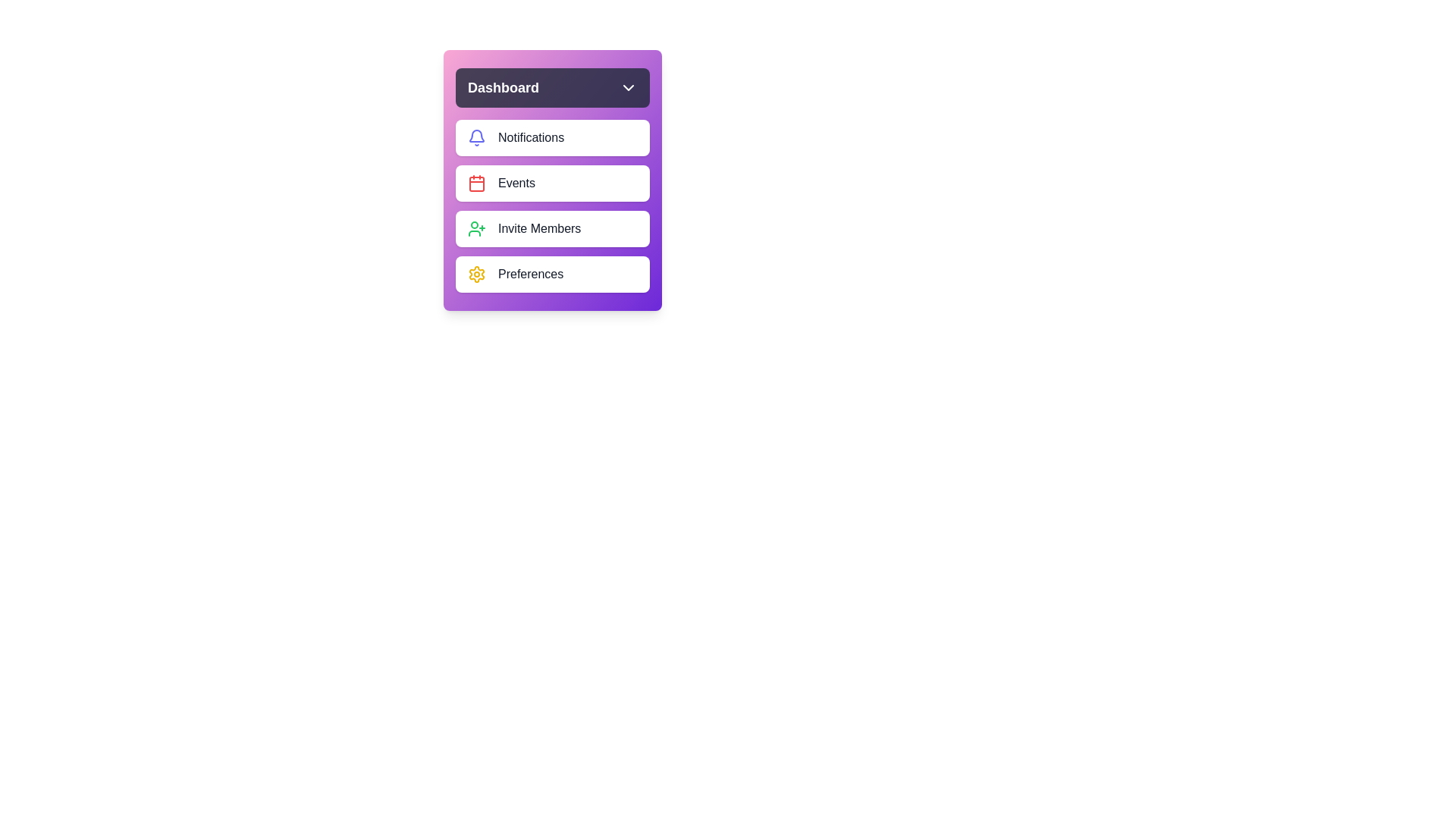 This screenshot has height=819, width=1456. Describe the element at coordinates (552, 183) in the screenshot. I see `the menu item Events` at that location.